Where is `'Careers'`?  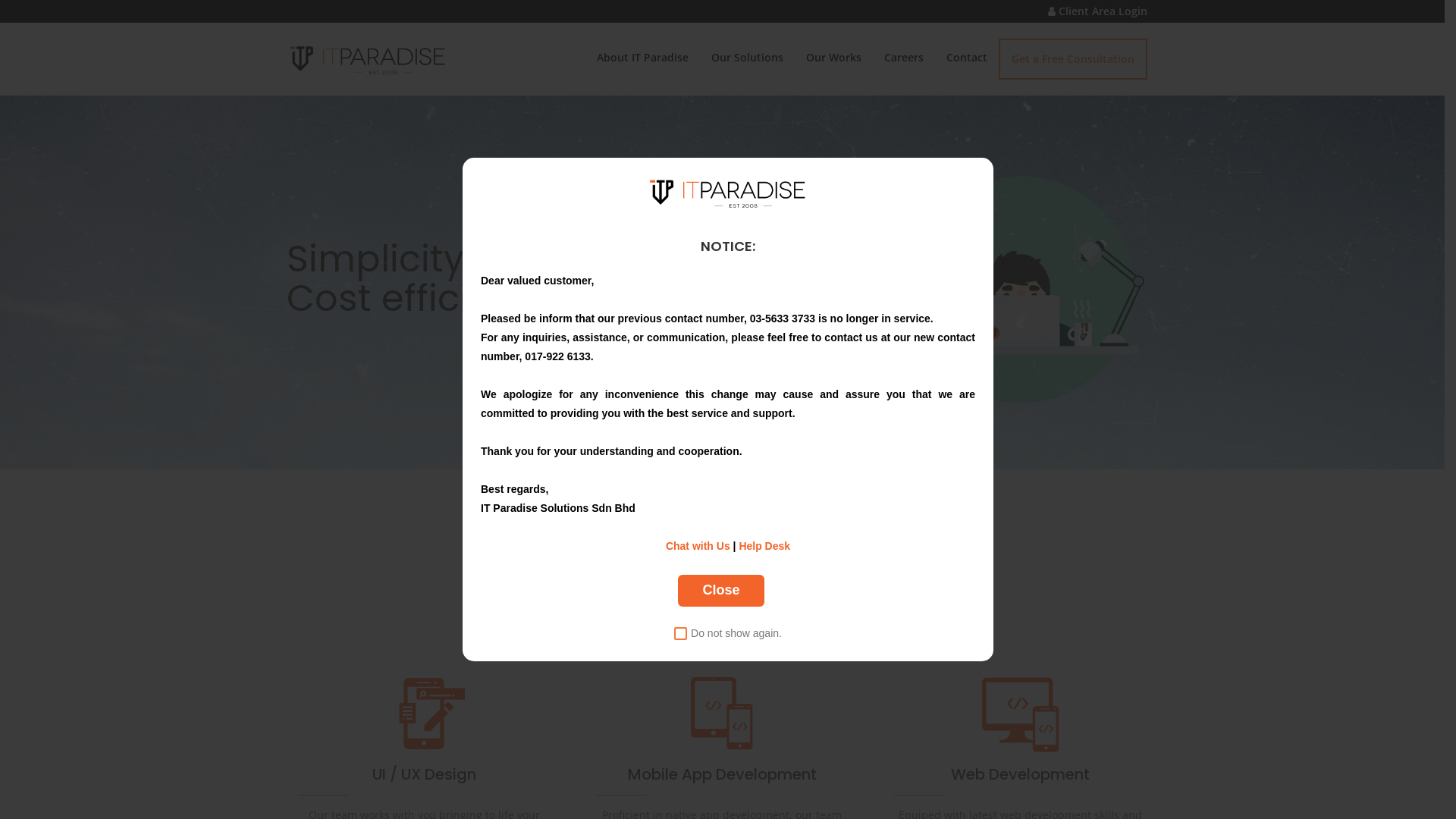
'Careers' is located at coordinates (902, 57).